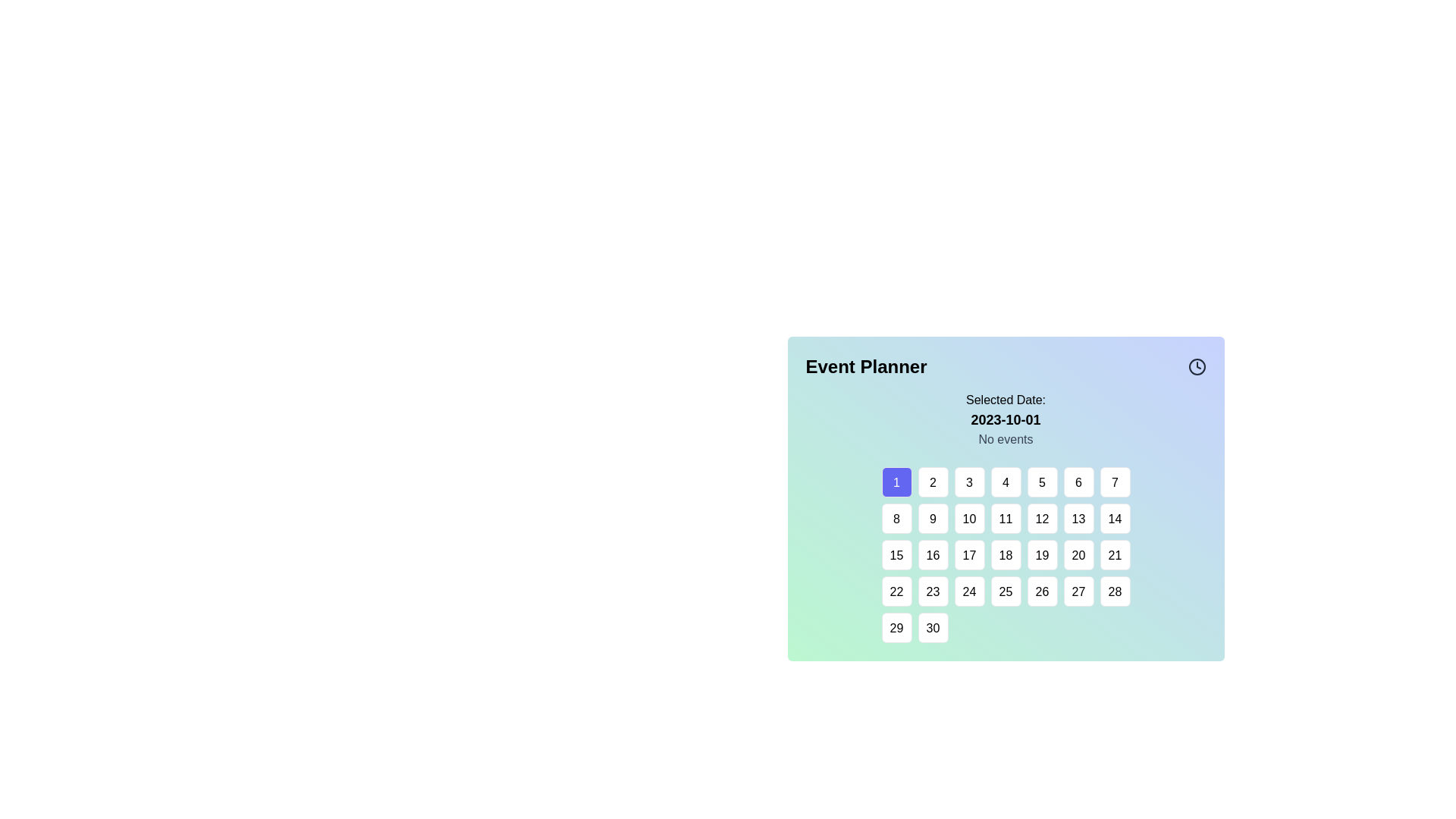 This screenshot has width=1456, height=819. What do you see at coordinates (1006, 516) in the screenshot?
I see `other parts of the Interactive Calendar Interface by clicking on the calendar element located at the center coordinates` at bounding box center [1006, 516].